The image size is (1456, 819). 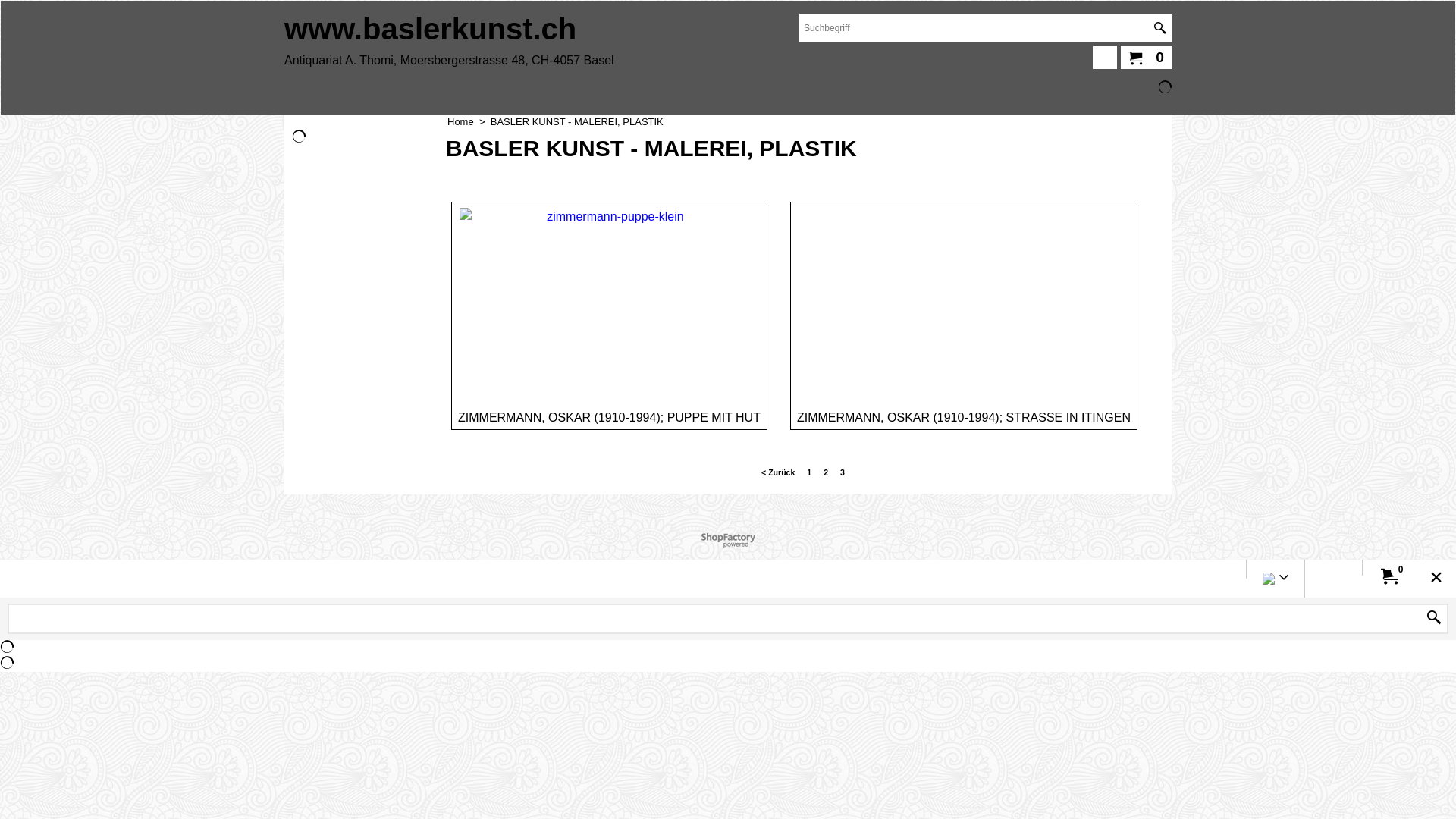 I want to click on '2', so click(x=825, y=472).